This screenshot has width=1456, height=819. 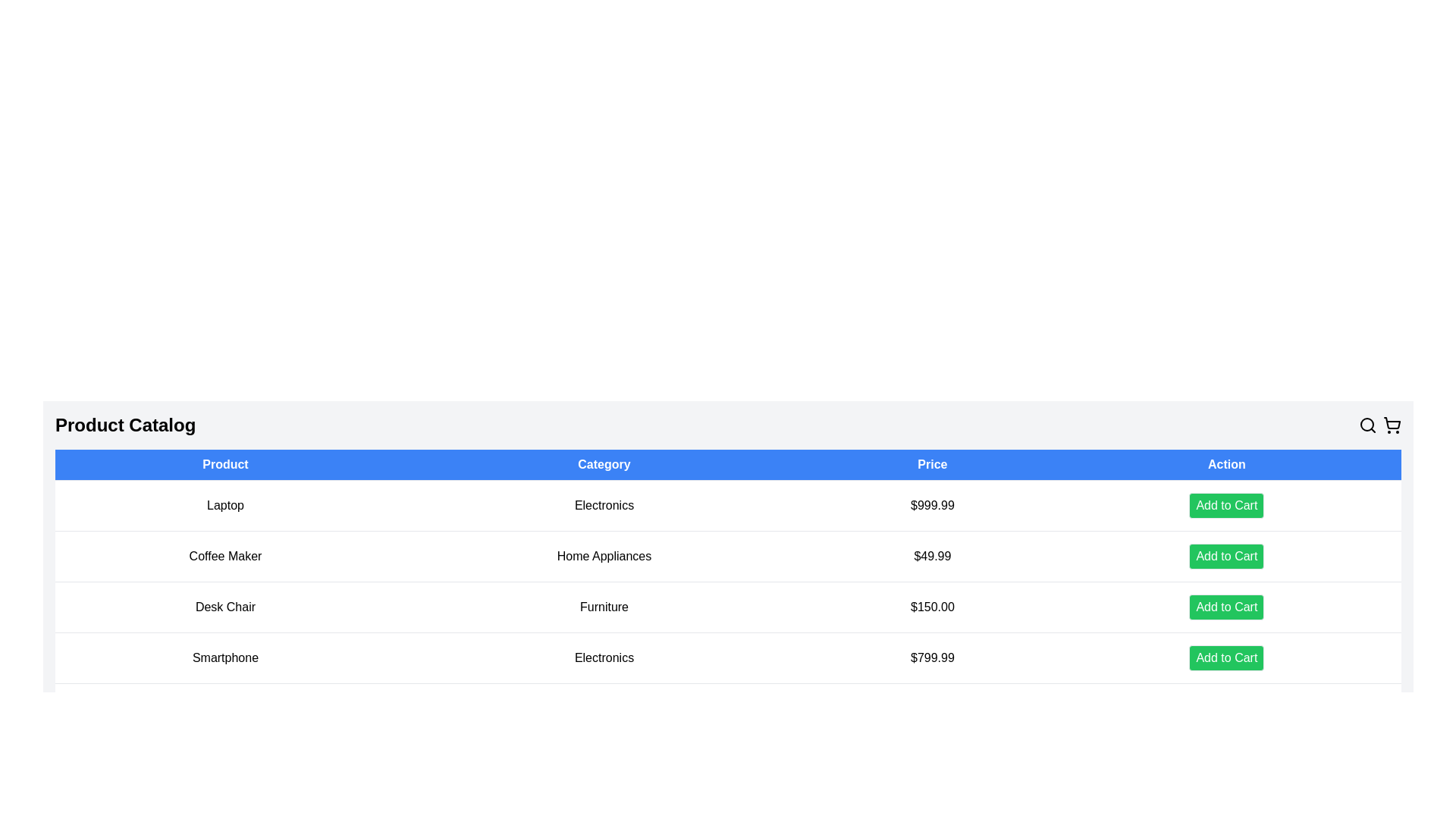 I want to click on the 'Add to Cart' button for the 'Coffee Maker', located in the 'Action' column of the second row next to the price '$49.99', so click(x=1226, y=556).